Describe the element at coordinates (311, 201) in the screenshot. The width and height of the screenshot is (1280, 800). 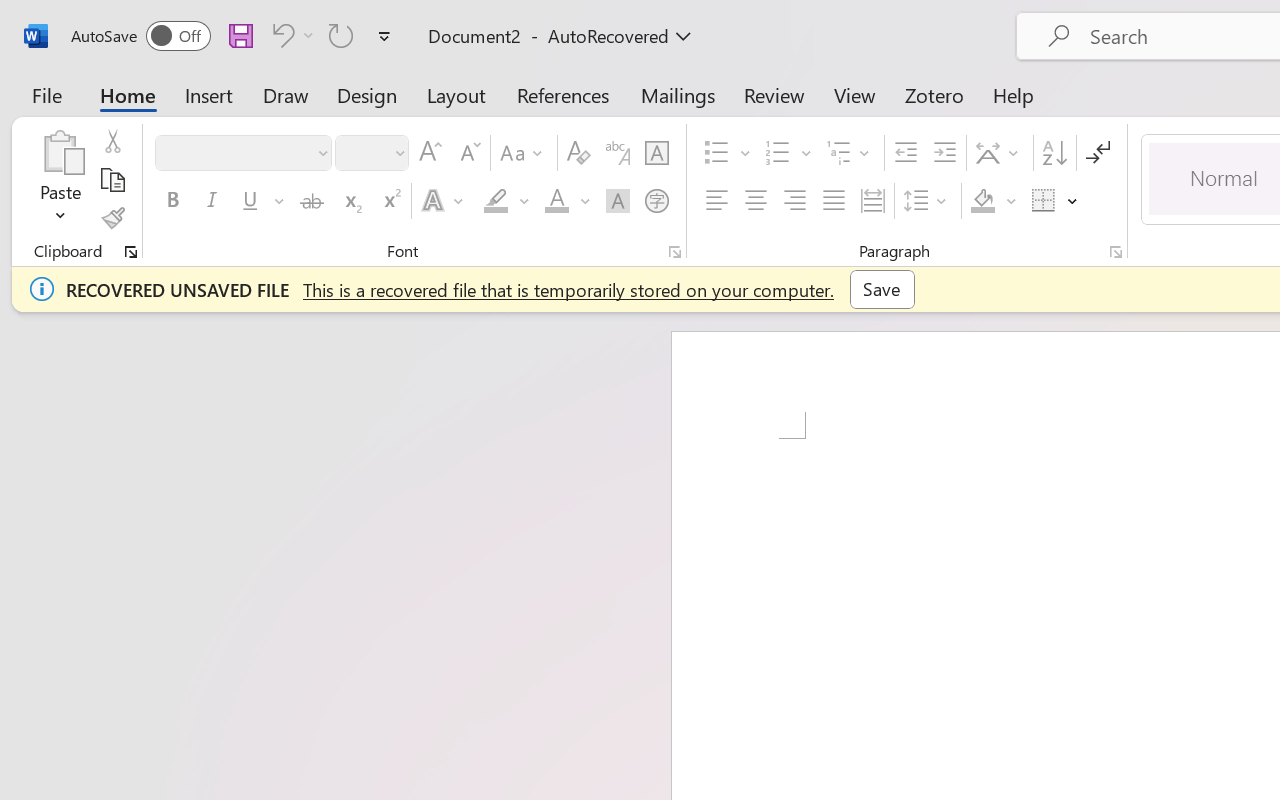
I see `'Strikethrough'` at that location.